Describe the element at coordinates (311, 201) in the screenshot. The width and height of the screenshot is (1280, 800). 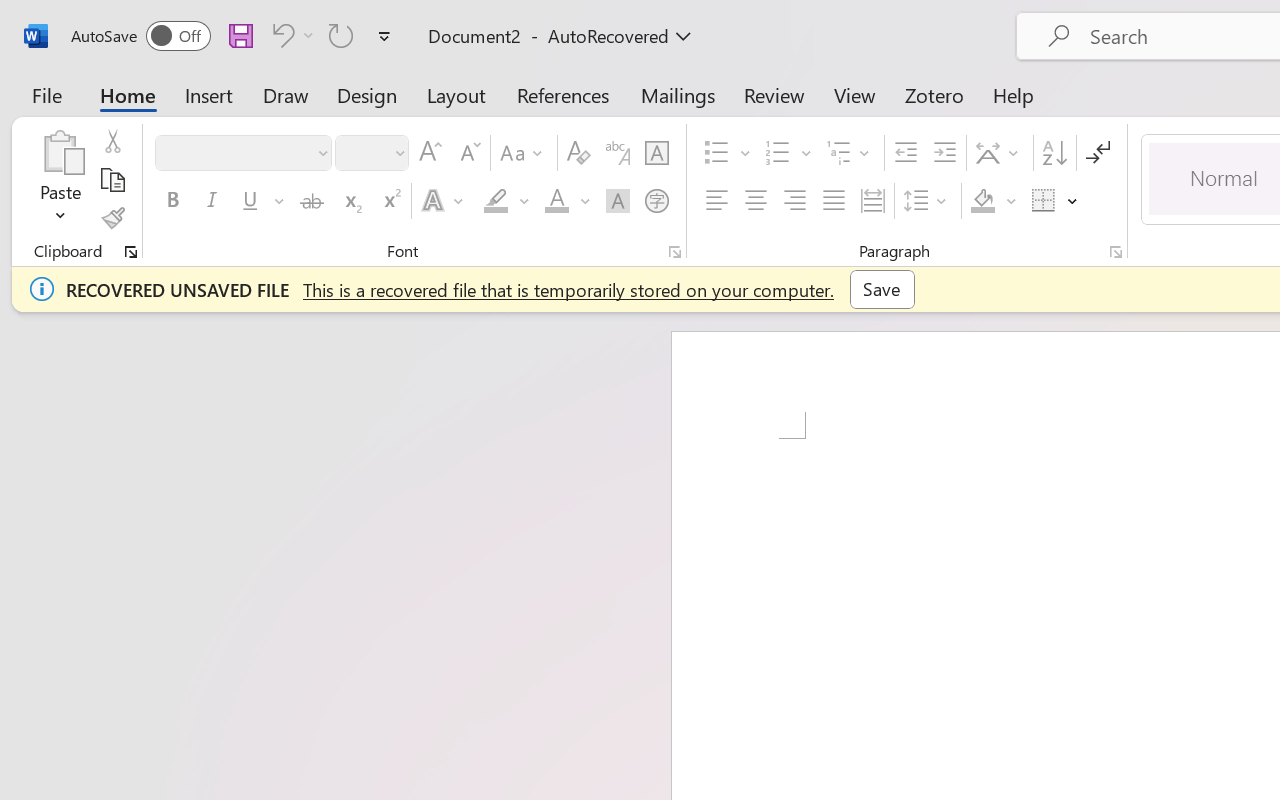
I see `'Strikethrough'` at that location.